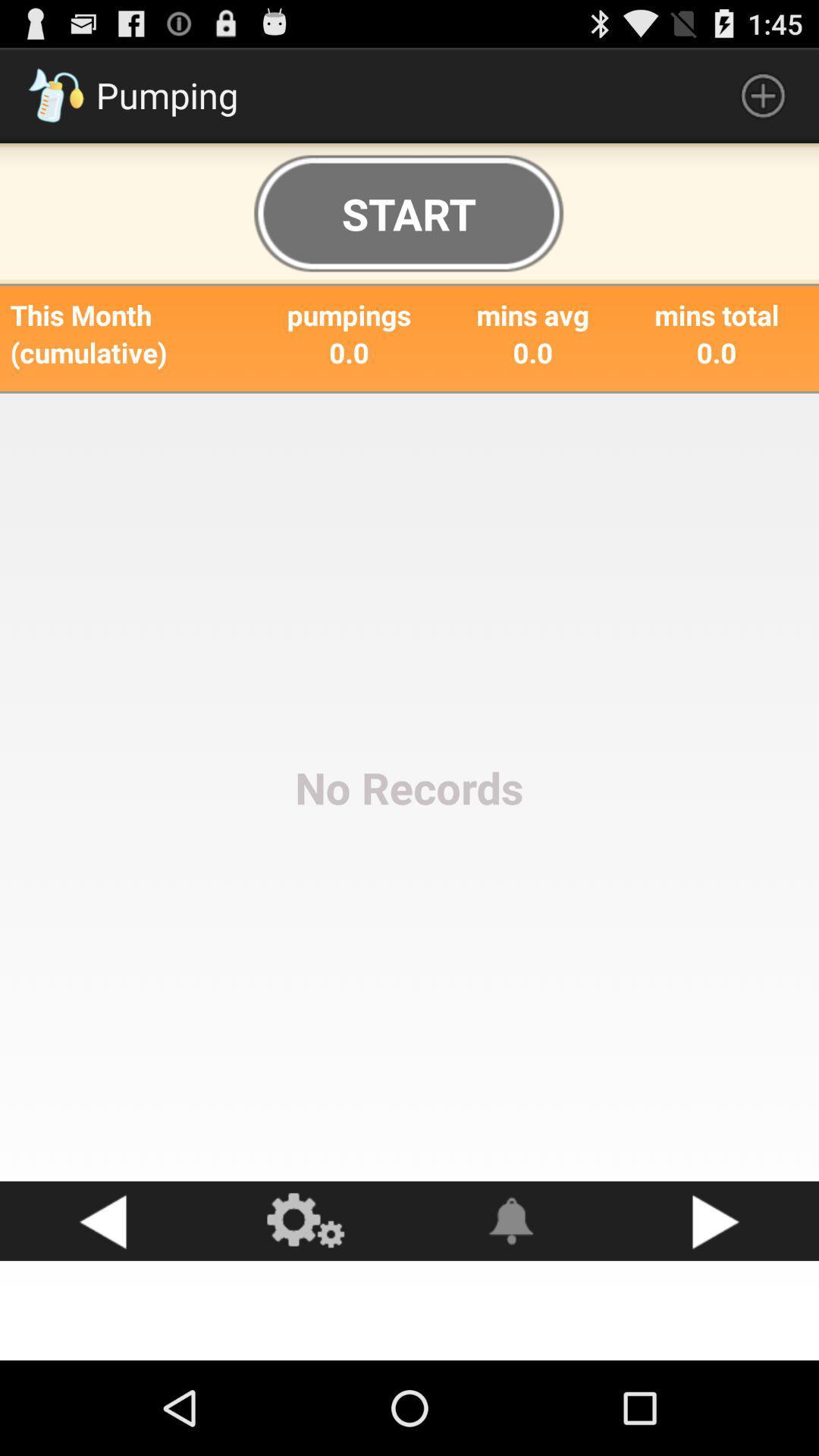  I want to click on turn on alarm, so click(512, 1221).